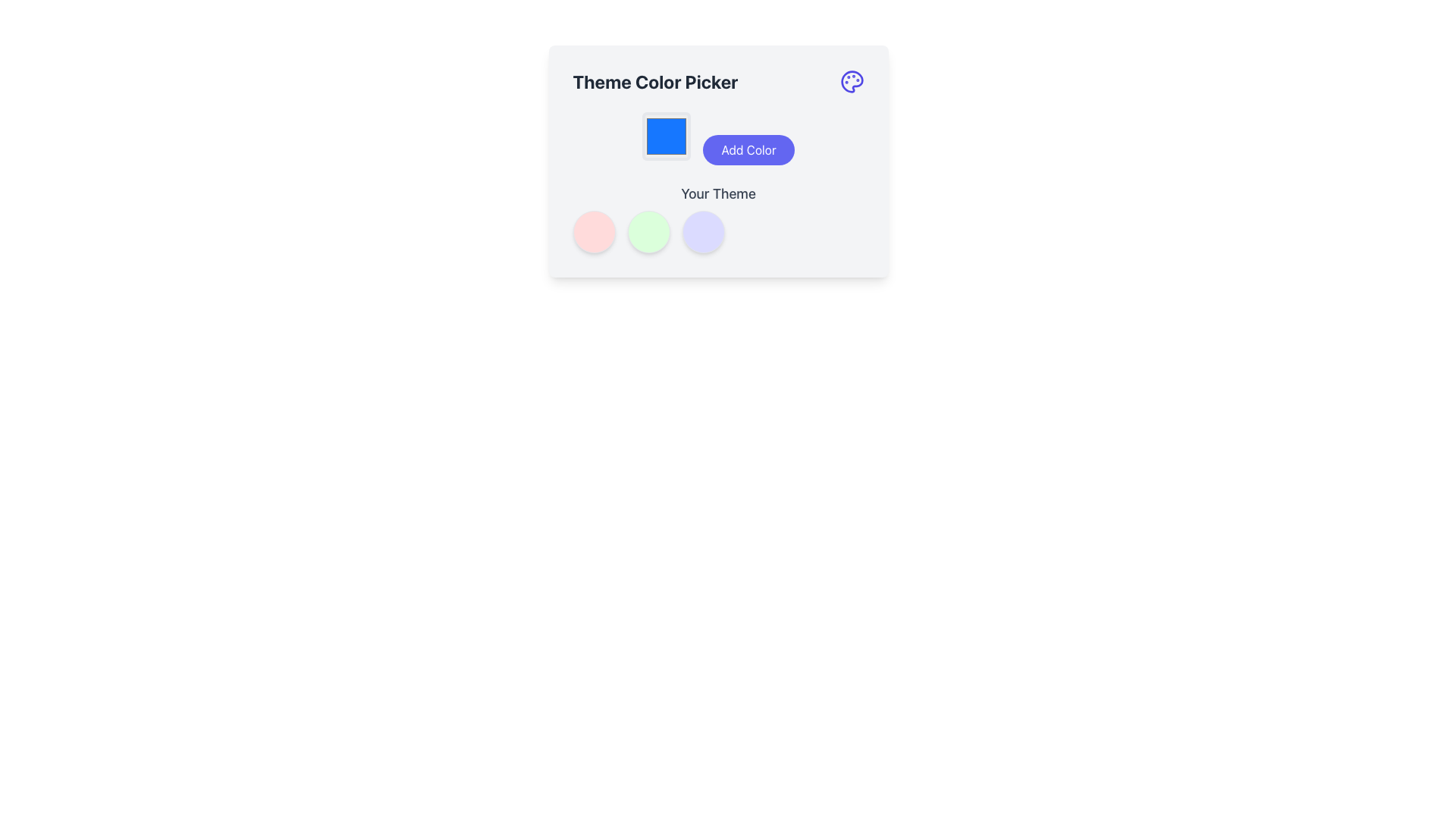 The image size is (1456, 819). I want to click on the indigo button labeled 'Add Color', so click(748, 149).